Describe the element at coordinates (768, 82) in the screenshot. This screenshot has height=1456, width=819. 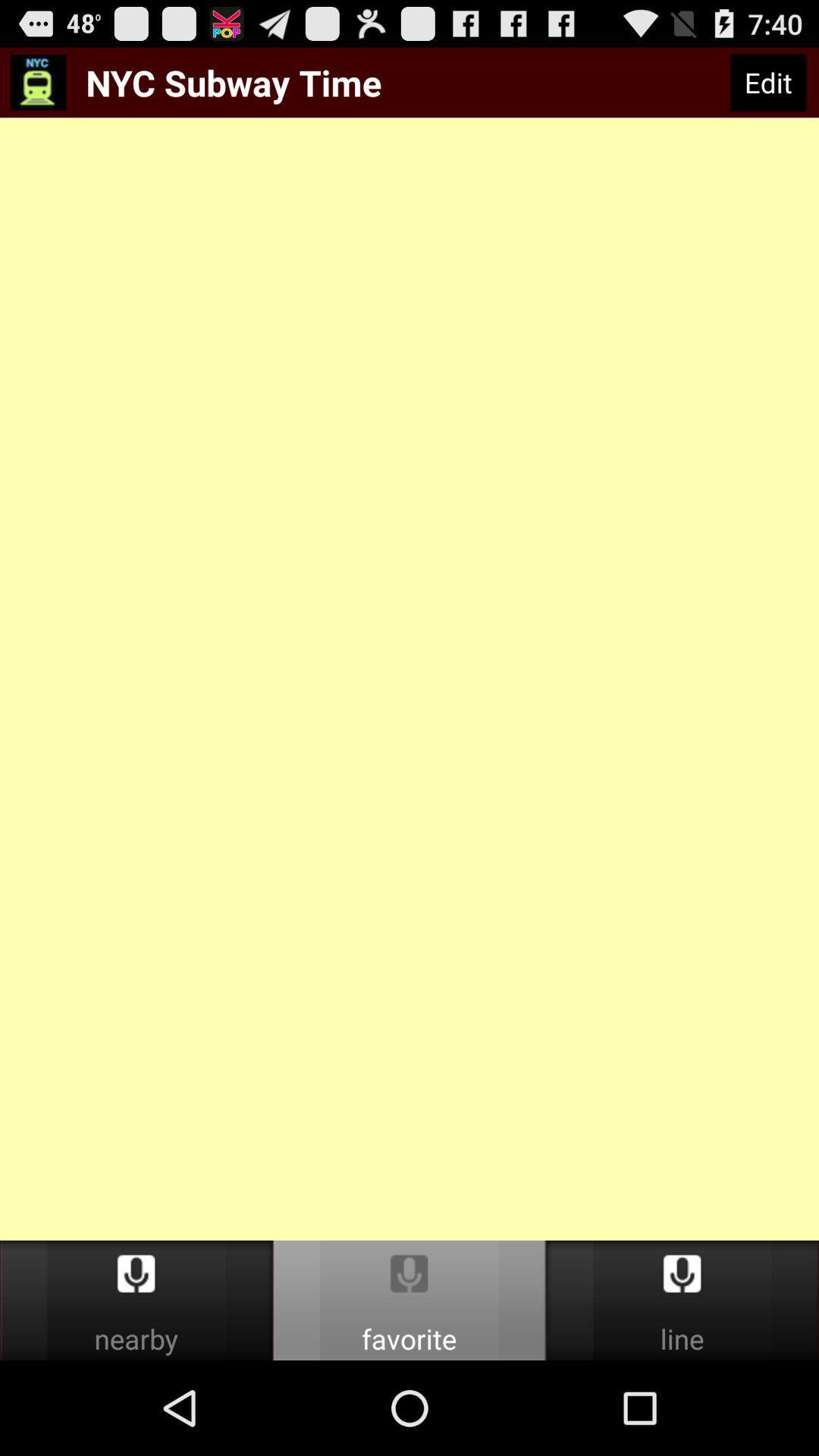
I see `the edit button` at that location.